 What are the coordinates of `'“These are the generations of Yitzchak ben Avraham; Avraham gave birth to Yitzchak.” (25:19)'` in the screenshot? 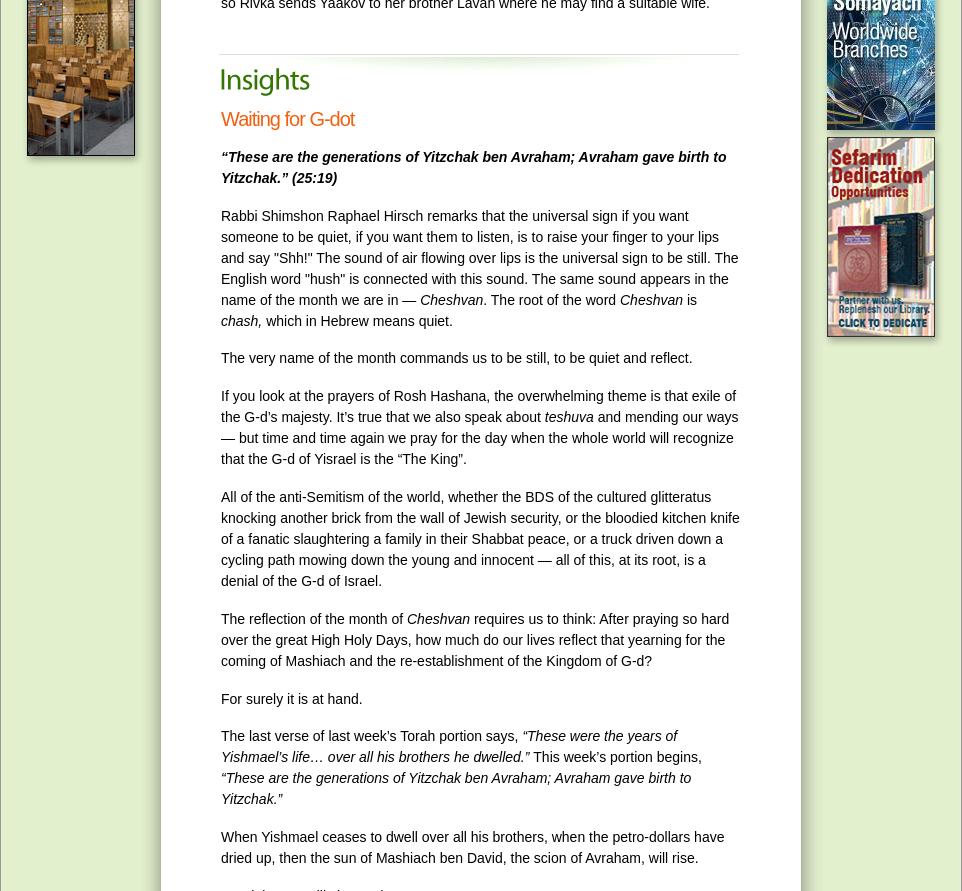 It's located at (473, 165).